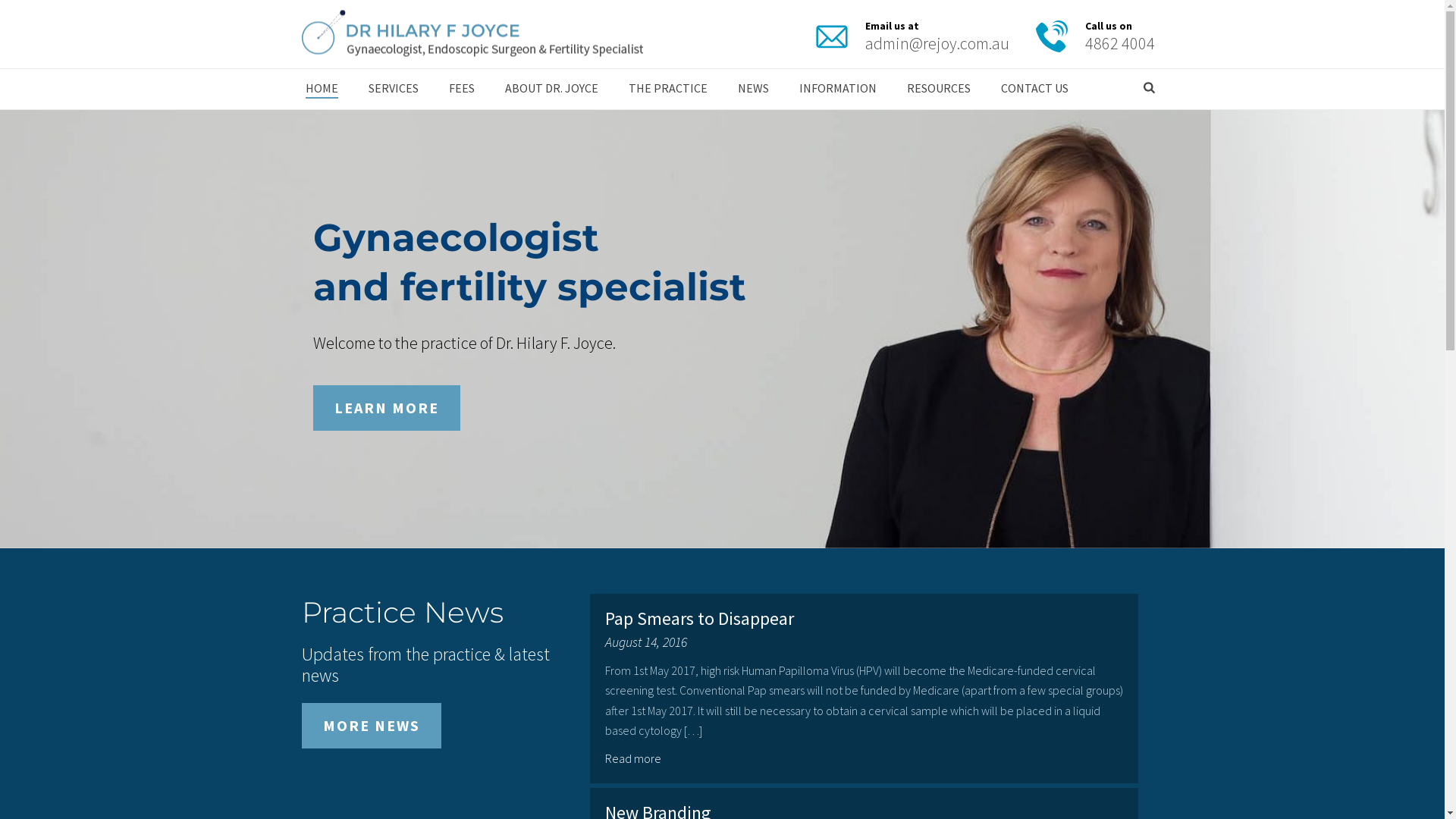  What do you see at coordinates (836, 89) in the screenshot?
I see `'INFORMATION'` at bounding box center [836, 89].